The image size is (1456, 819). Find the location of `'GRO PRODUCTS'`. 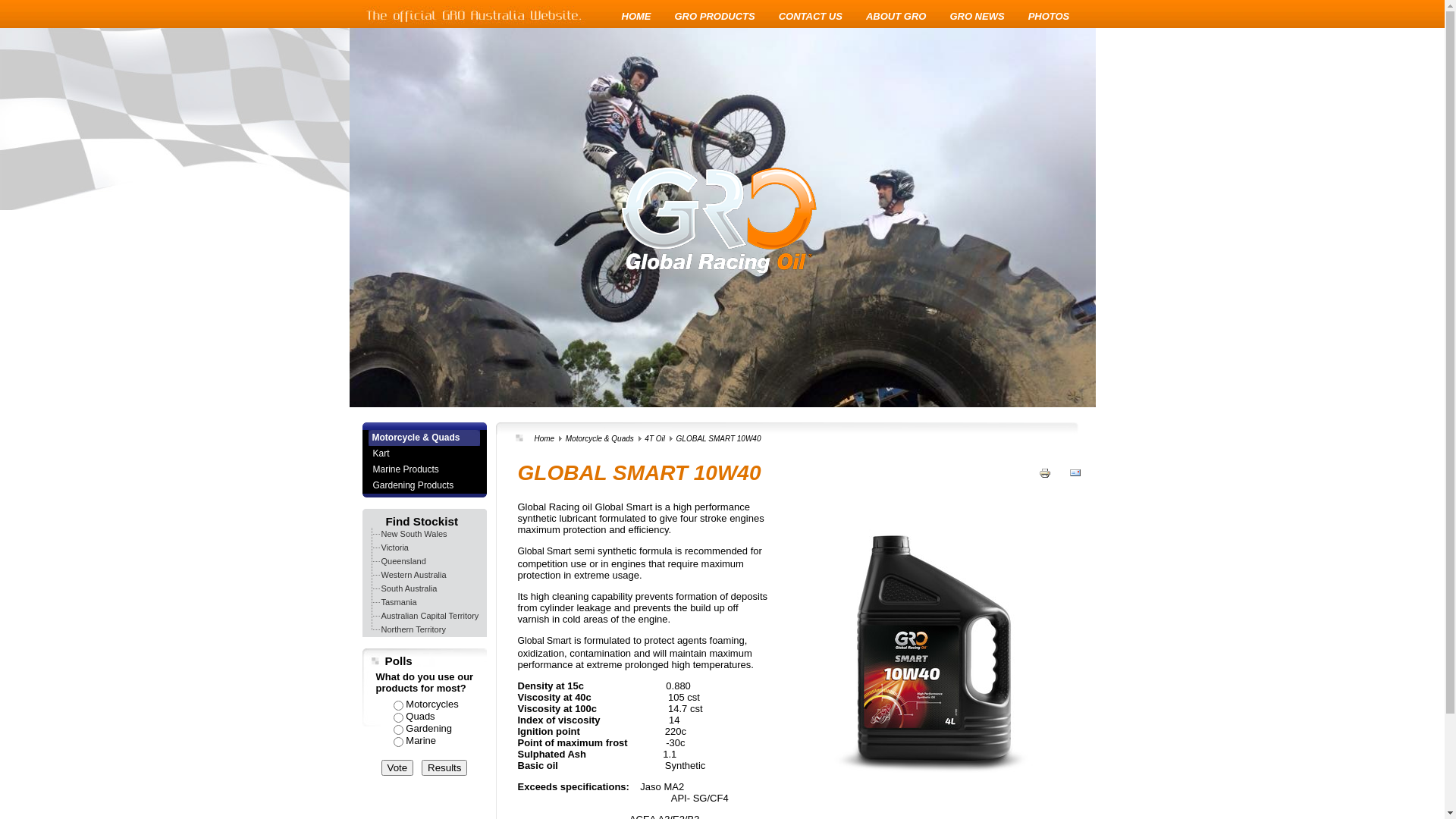

'GRO PRODUCTS' is located at coordinates (673, 16).